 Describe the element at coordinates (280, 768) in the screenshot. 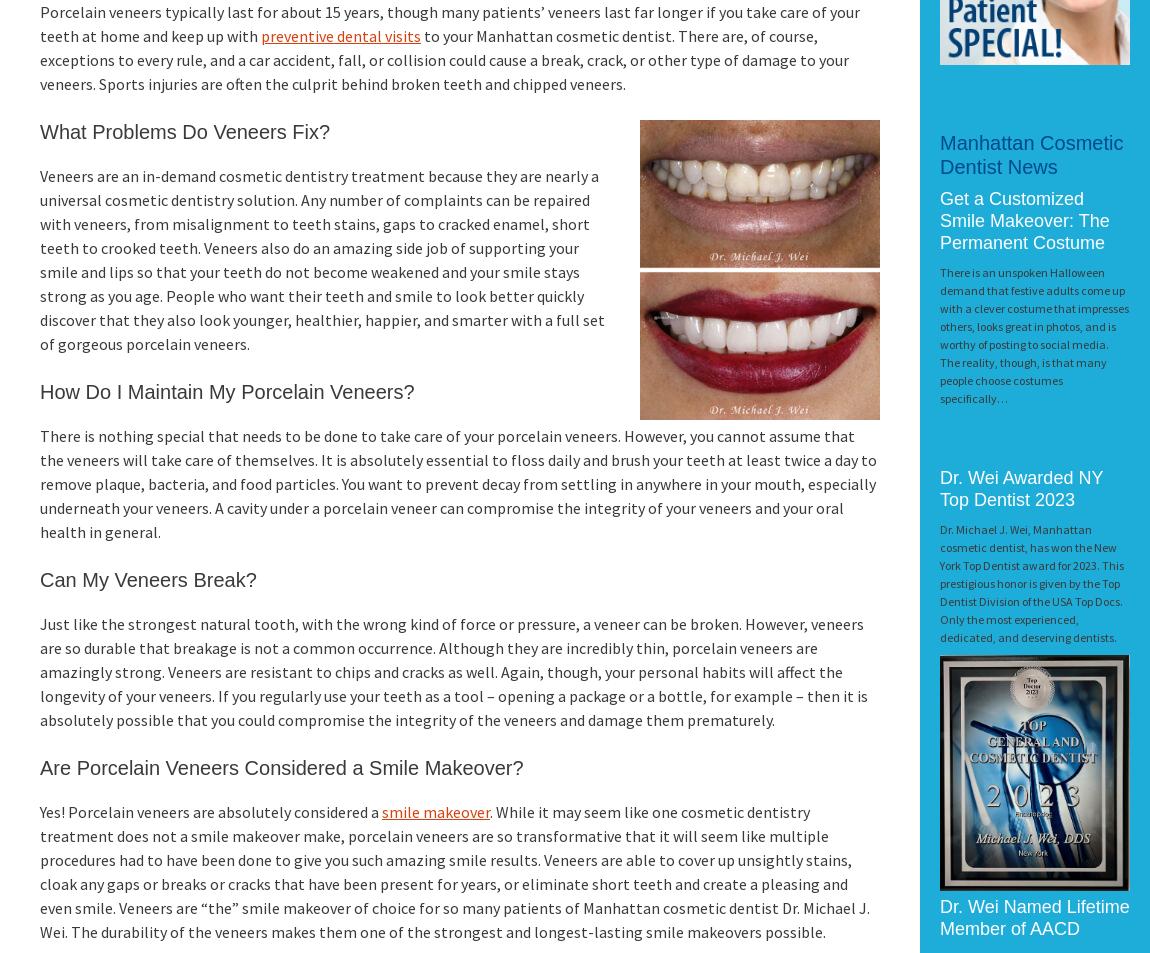

I see `'Are Porcelain Veneers Considered a Smile Makeover?'` at that location.